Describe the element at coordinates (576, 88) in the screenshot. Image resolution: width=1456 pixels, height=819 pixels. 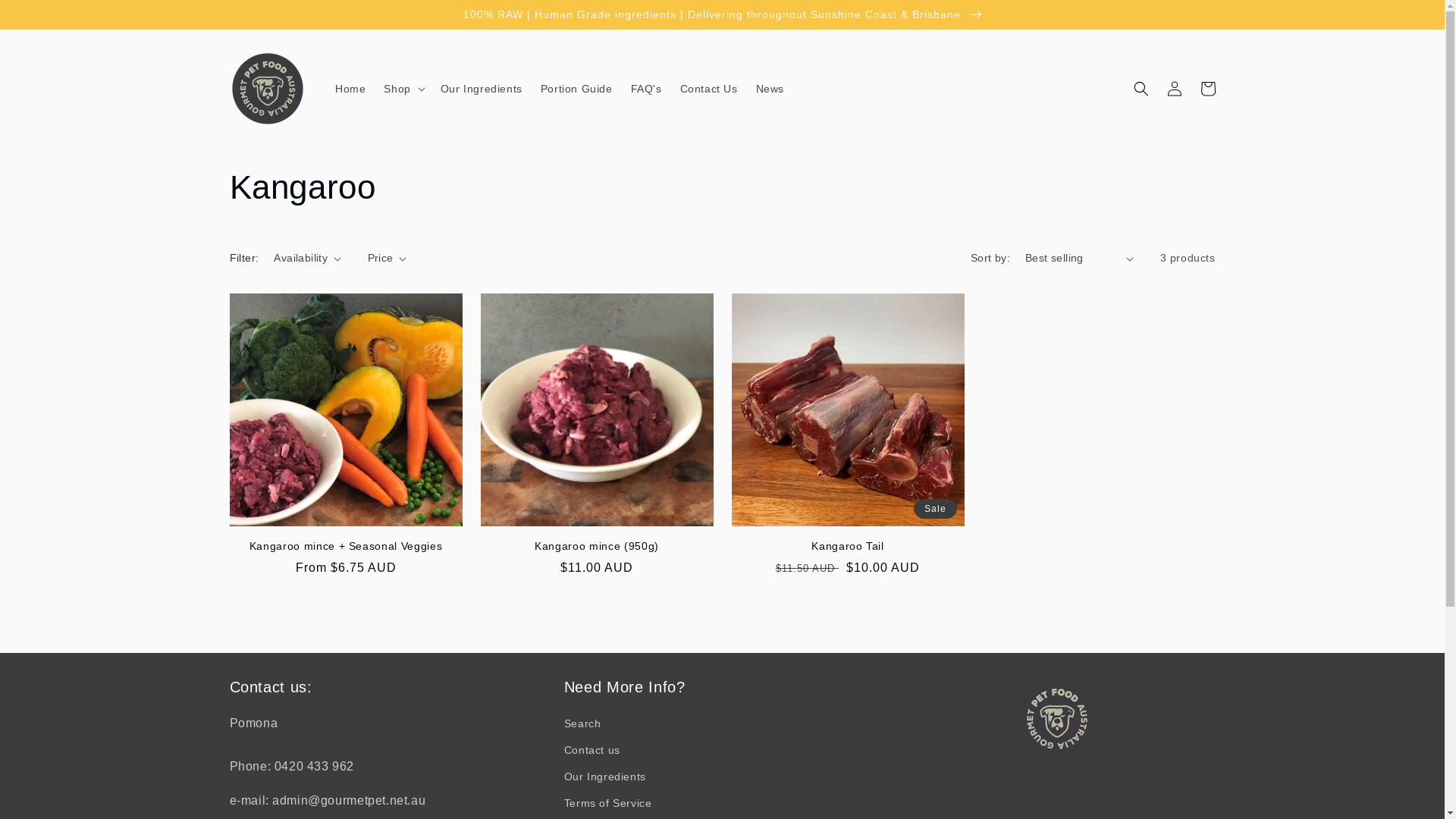
I see `'Portion Guide'` at that location.